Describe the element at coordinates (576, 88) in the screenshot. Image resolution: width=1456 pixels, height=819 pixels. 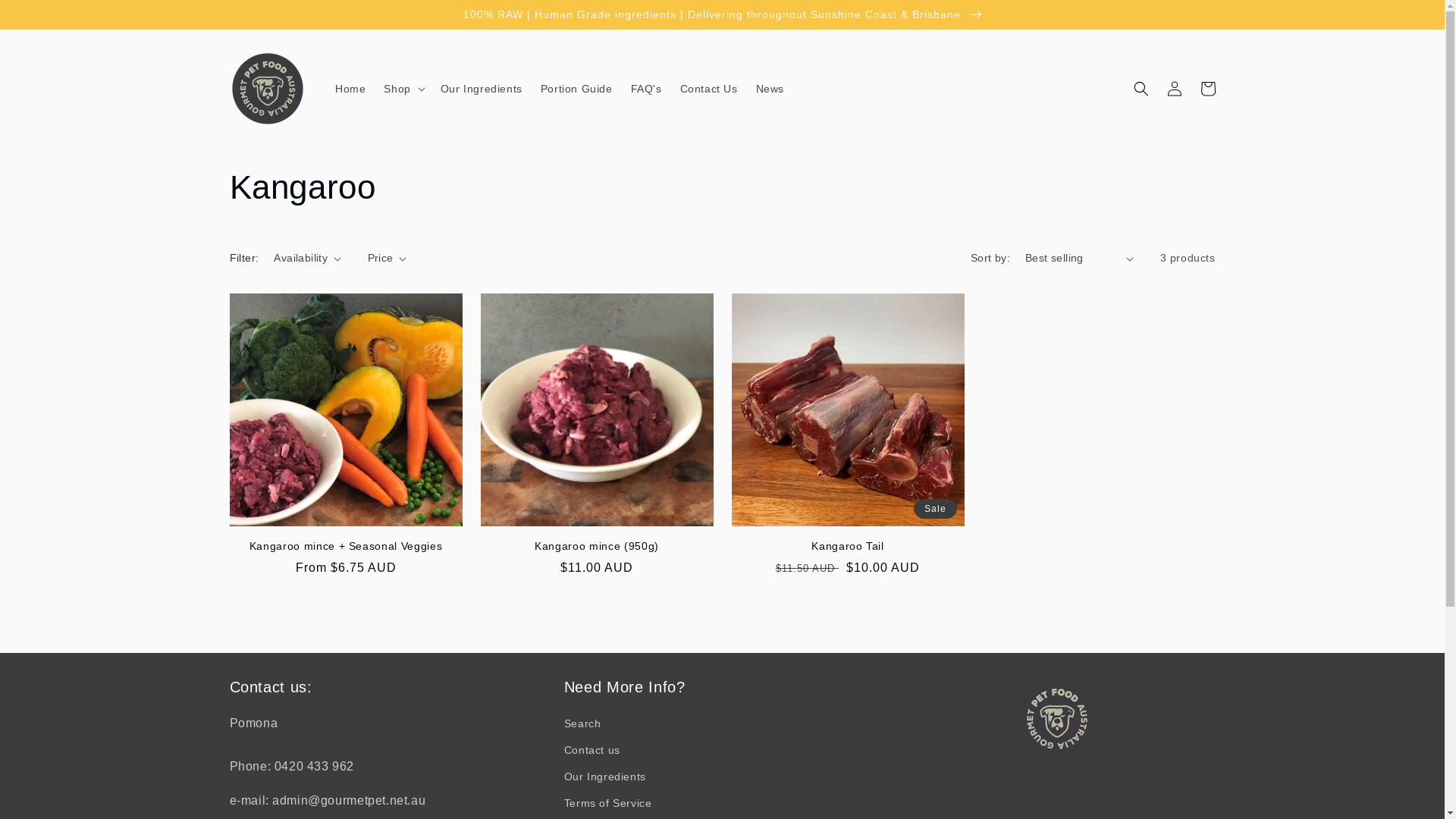
I see `'Portion Guide'` at that location.